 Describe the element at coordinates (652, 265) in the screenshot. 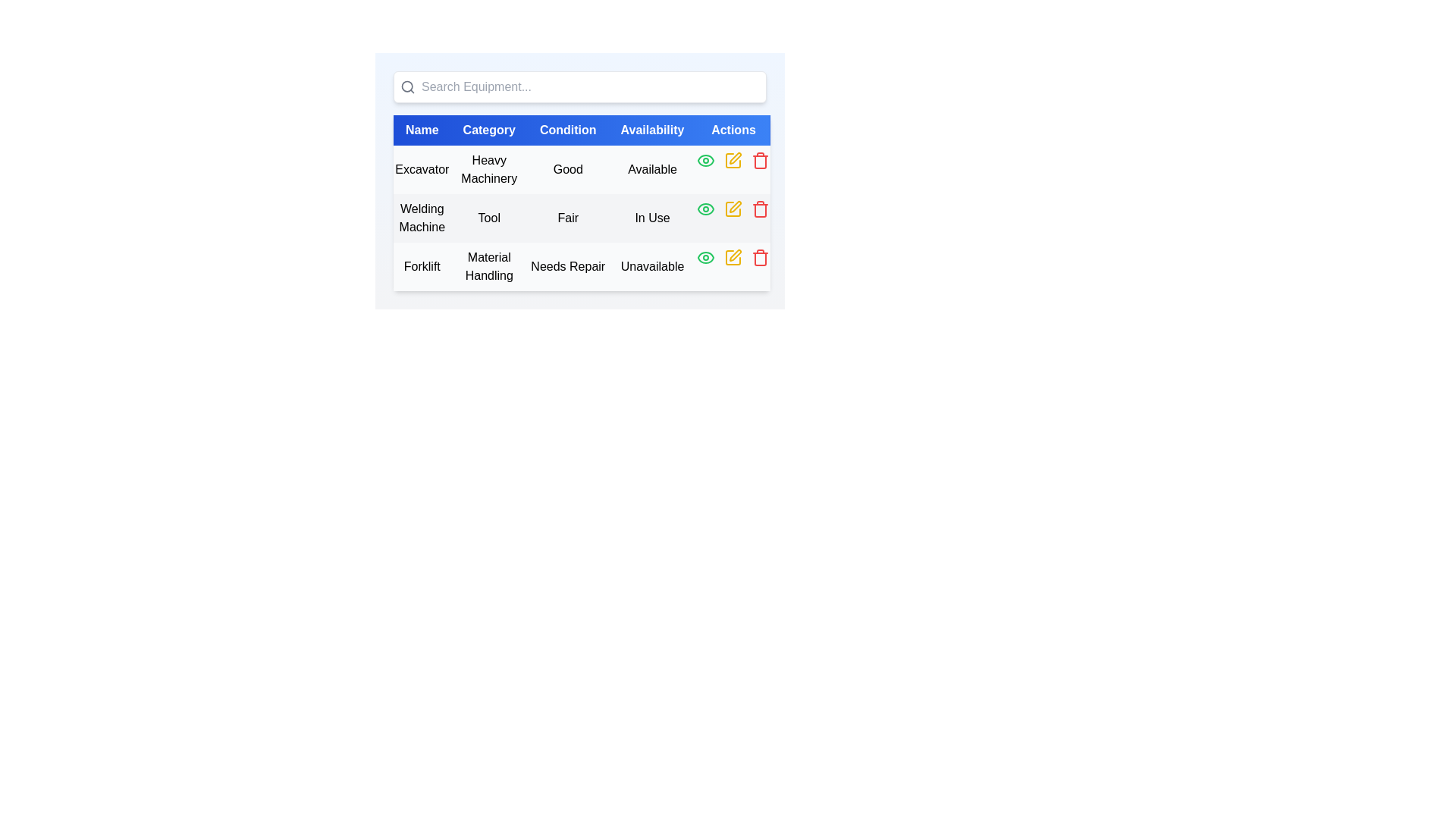

I see `the text label displaying 'Unavailable' in bold, center-aligned style within the 'Availability' column for the 'Forklift' entry` at that location.